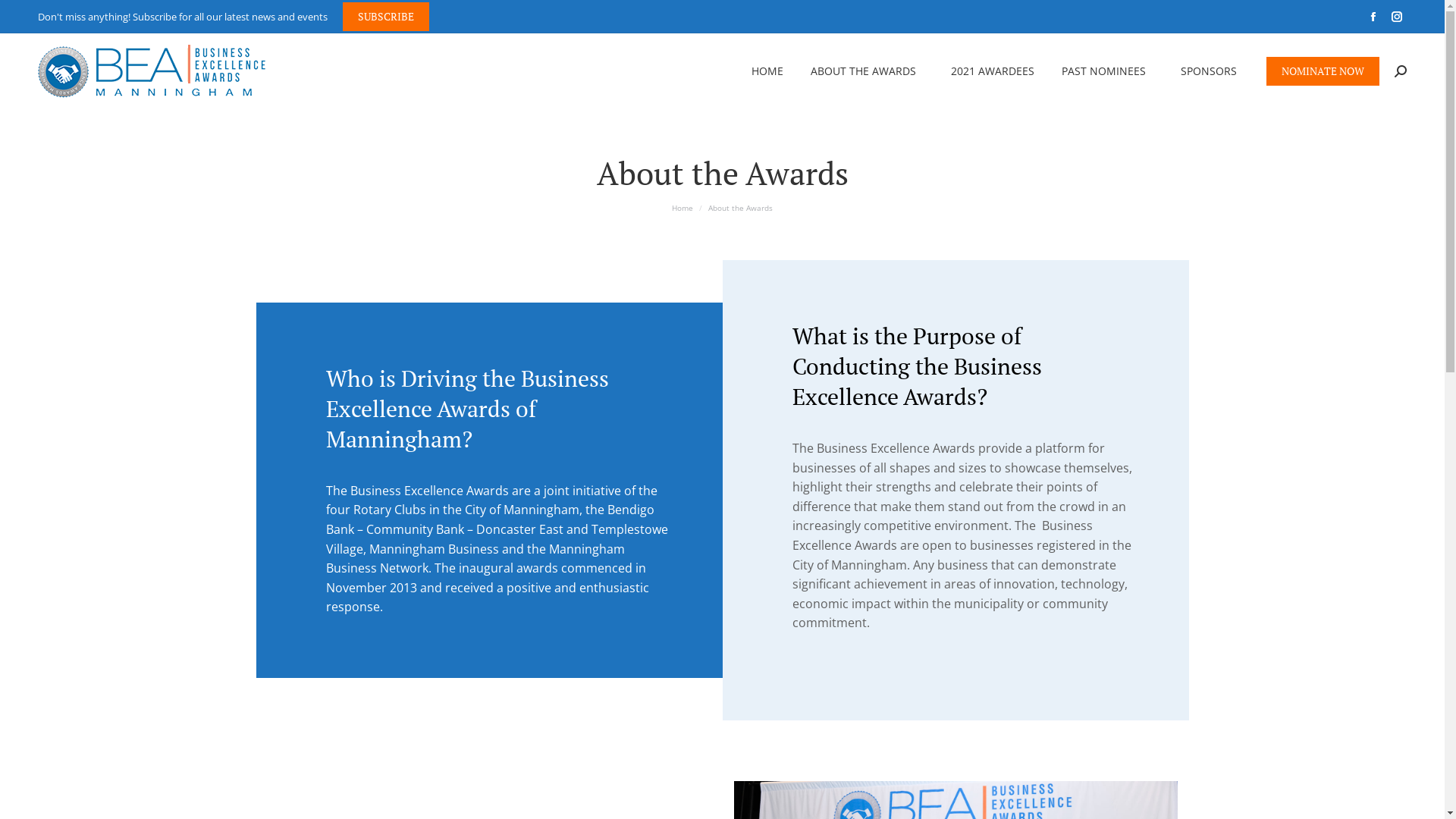 The image size is (1456, 819). I want to click on 'PAST NOMINEES', so click(1107, 71).